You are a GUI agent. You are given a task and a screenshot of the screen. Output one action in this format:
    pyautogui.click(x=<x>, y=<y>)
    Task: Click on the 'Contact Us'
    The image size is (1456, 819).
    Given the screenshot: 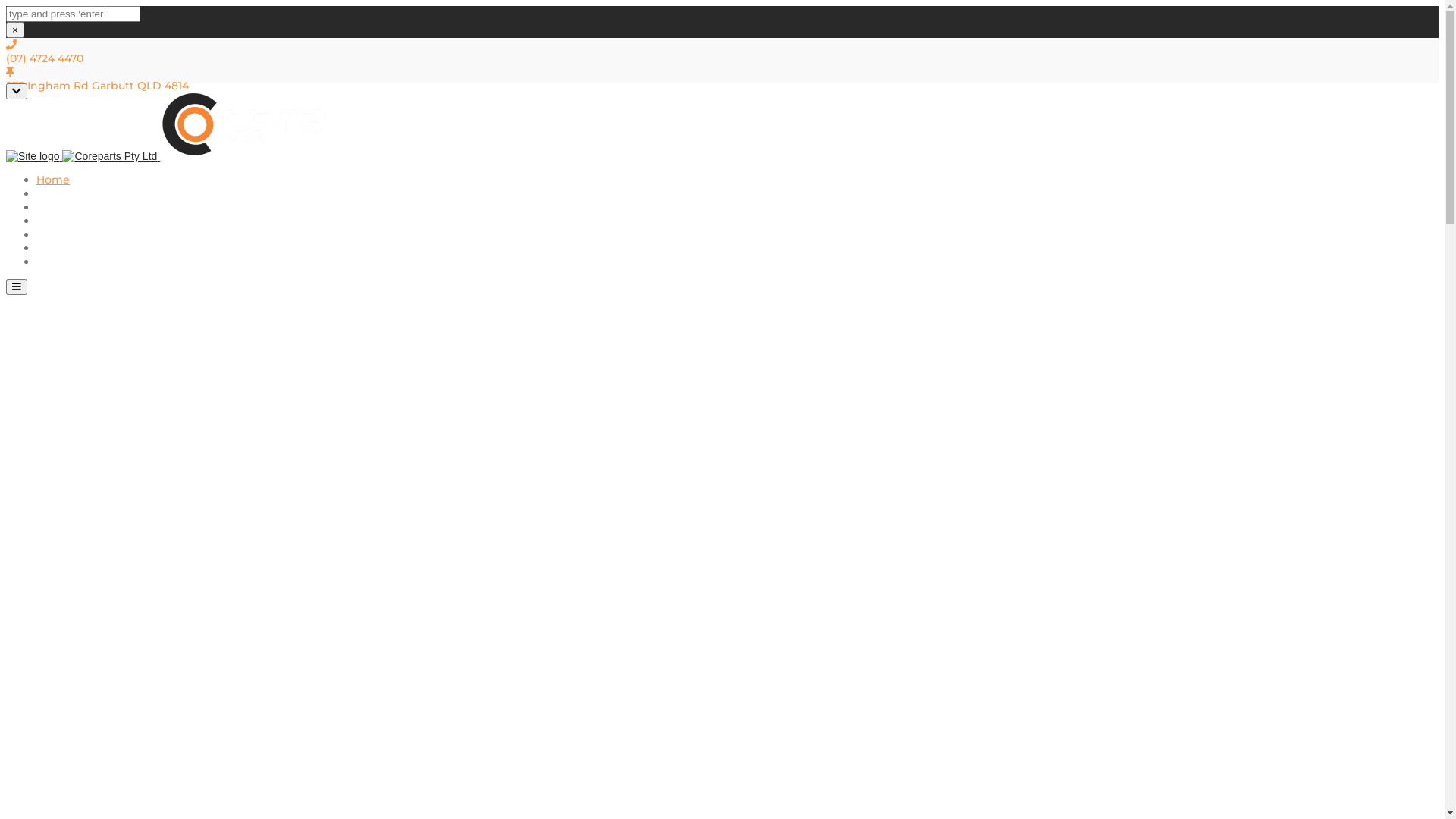 What is the action you would take?
    pyautogui.click(x=65, y=260)
    